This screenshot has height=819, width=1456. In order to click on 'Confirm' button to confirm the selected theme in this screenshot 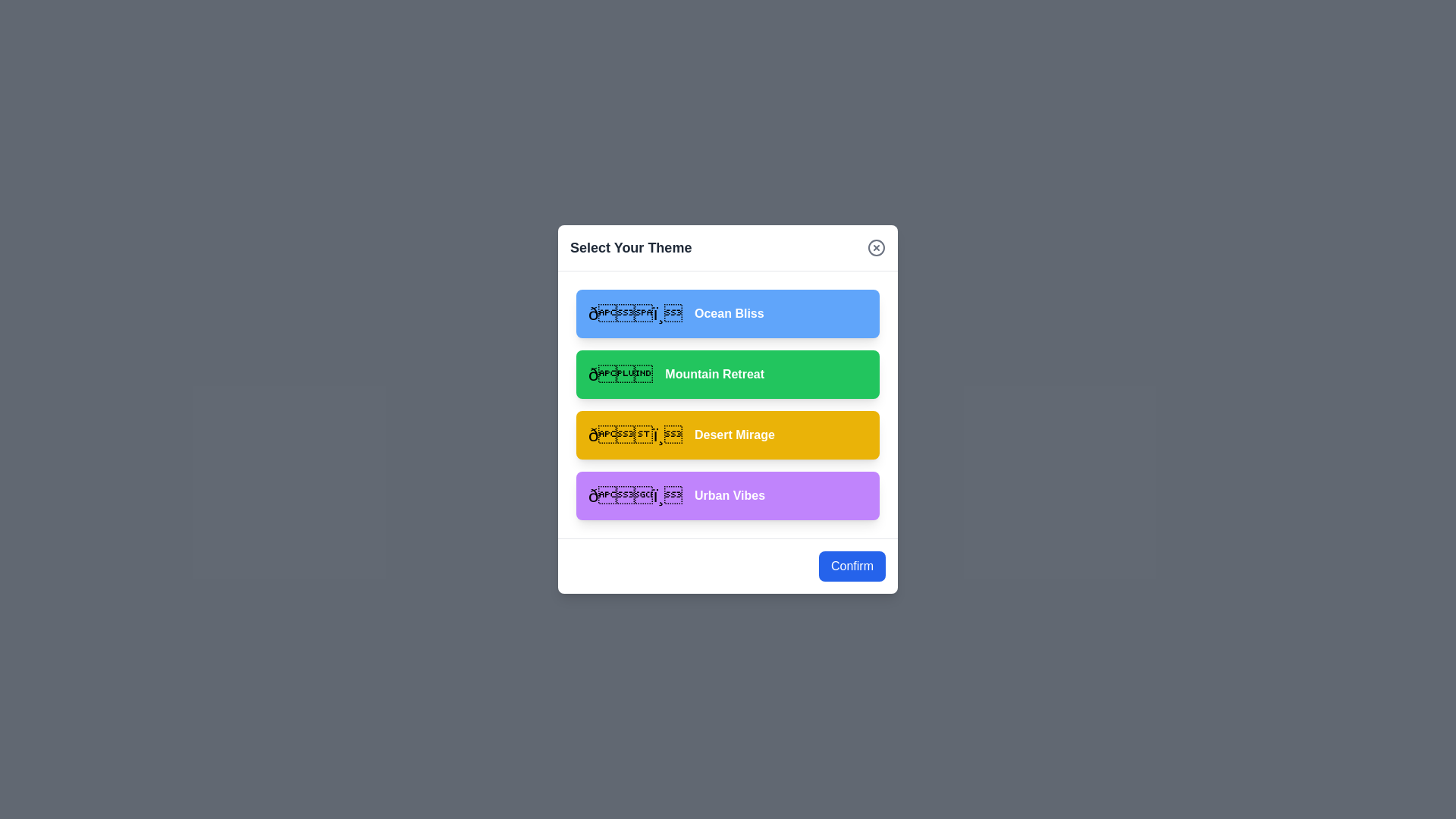, I will do `click(852, 566)`.